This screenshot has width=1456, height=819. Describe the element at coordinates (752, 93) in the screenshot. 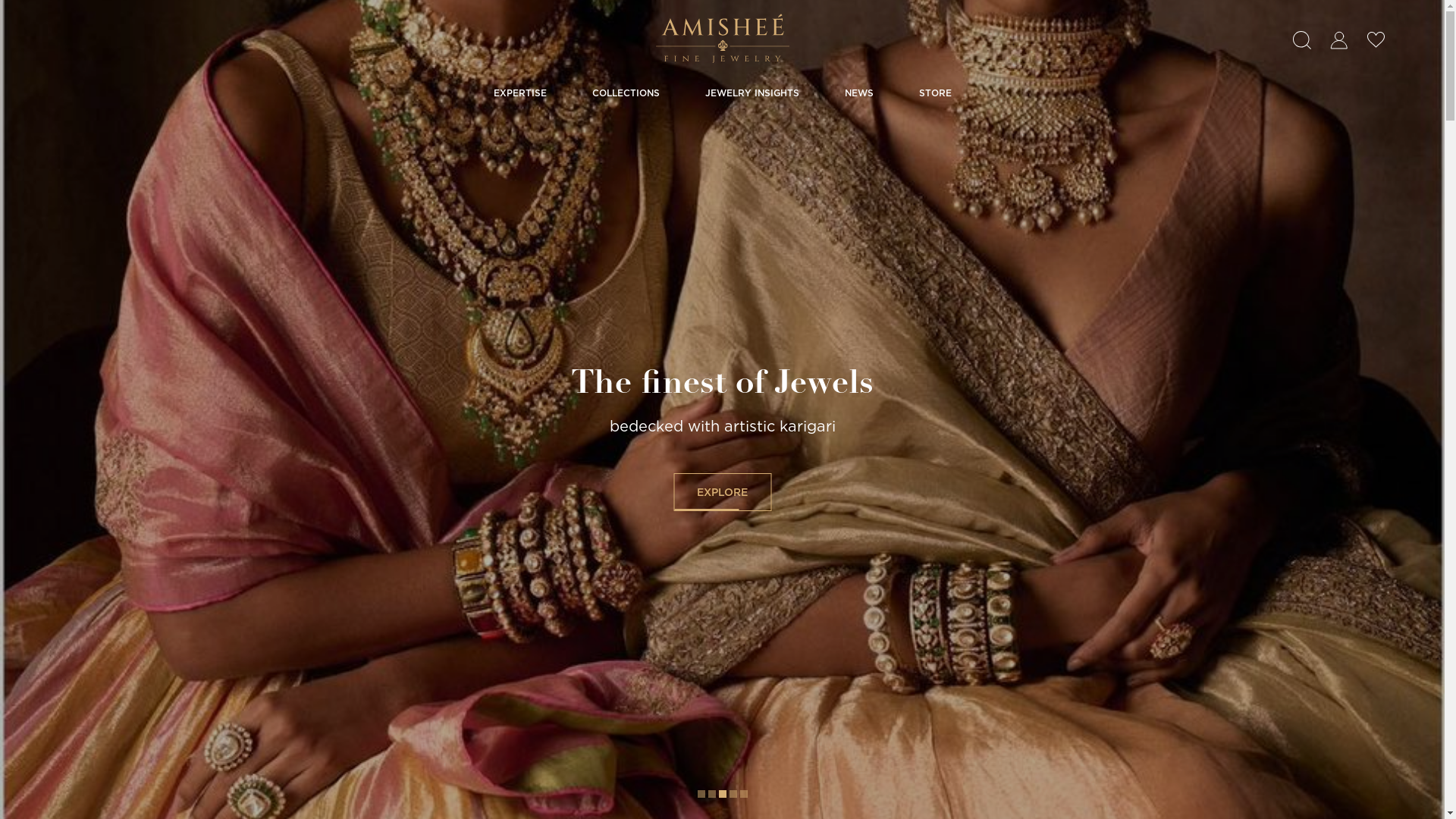

I see `'JEWELRY INSIGHTS'` at that location.